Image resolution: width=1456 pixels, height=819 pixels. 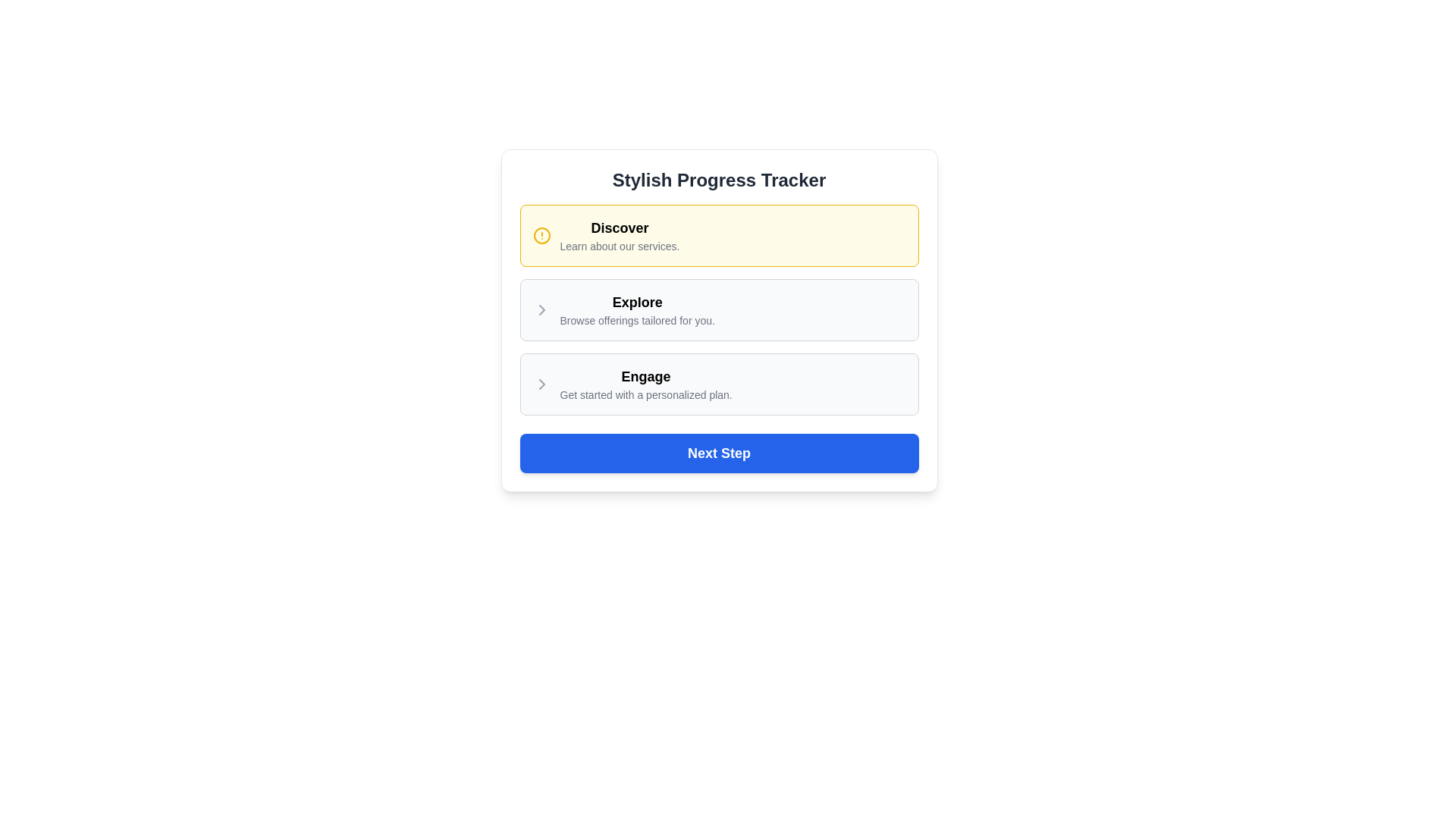 What do you see at coordinates (620, 236) in the screenshot?
I see `text content displayed in the highlighted box, which includes 'Discover' in bold and 'Learn about our services.' in light gray` at bounding box center [620, 236].